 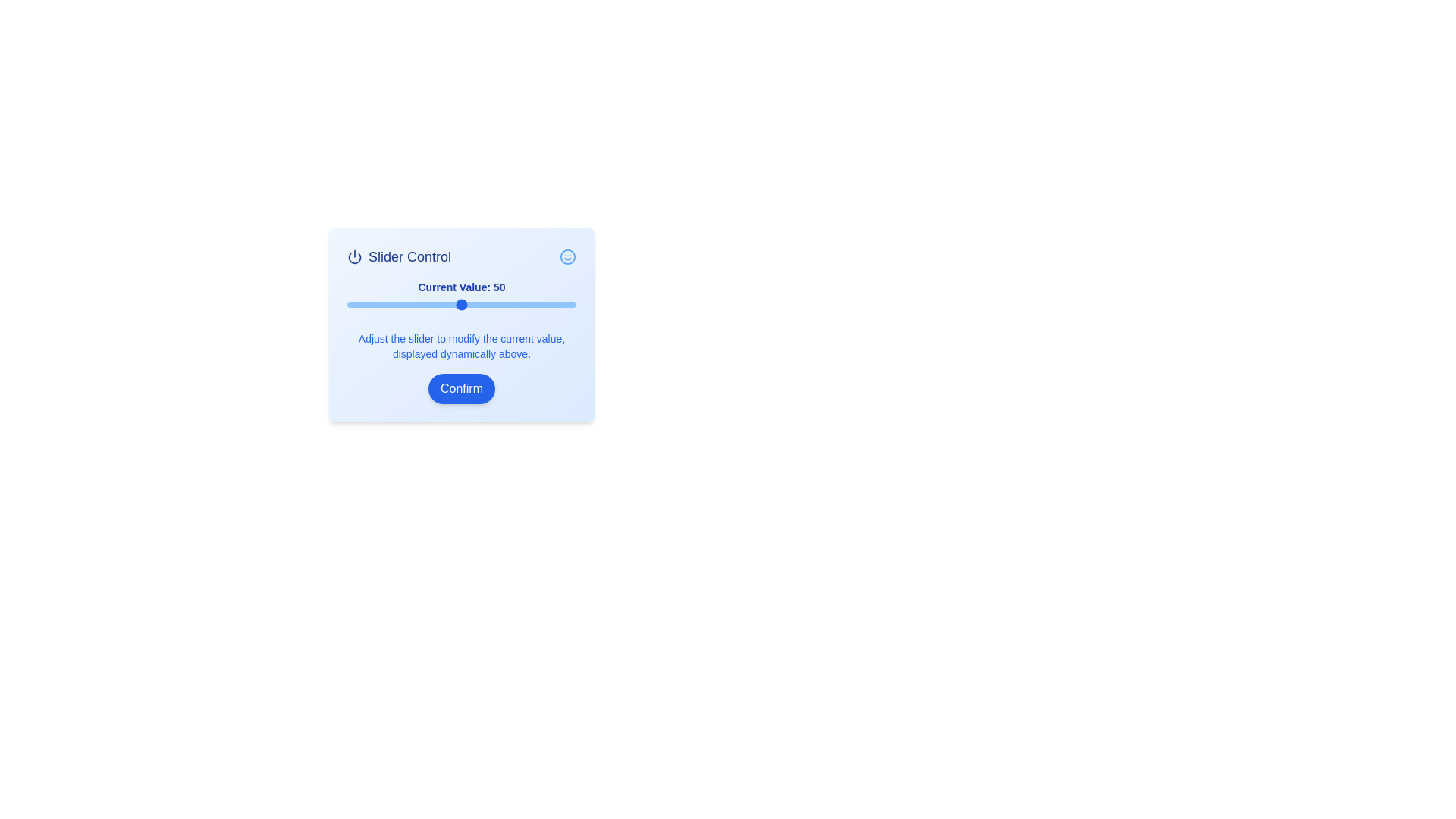 What do you see at coordinates (461, 304) in the screenshot?
I see `the knob of the range slider, which is a horizontal slider with a blue progress bar` at bounding box center [461, 304].